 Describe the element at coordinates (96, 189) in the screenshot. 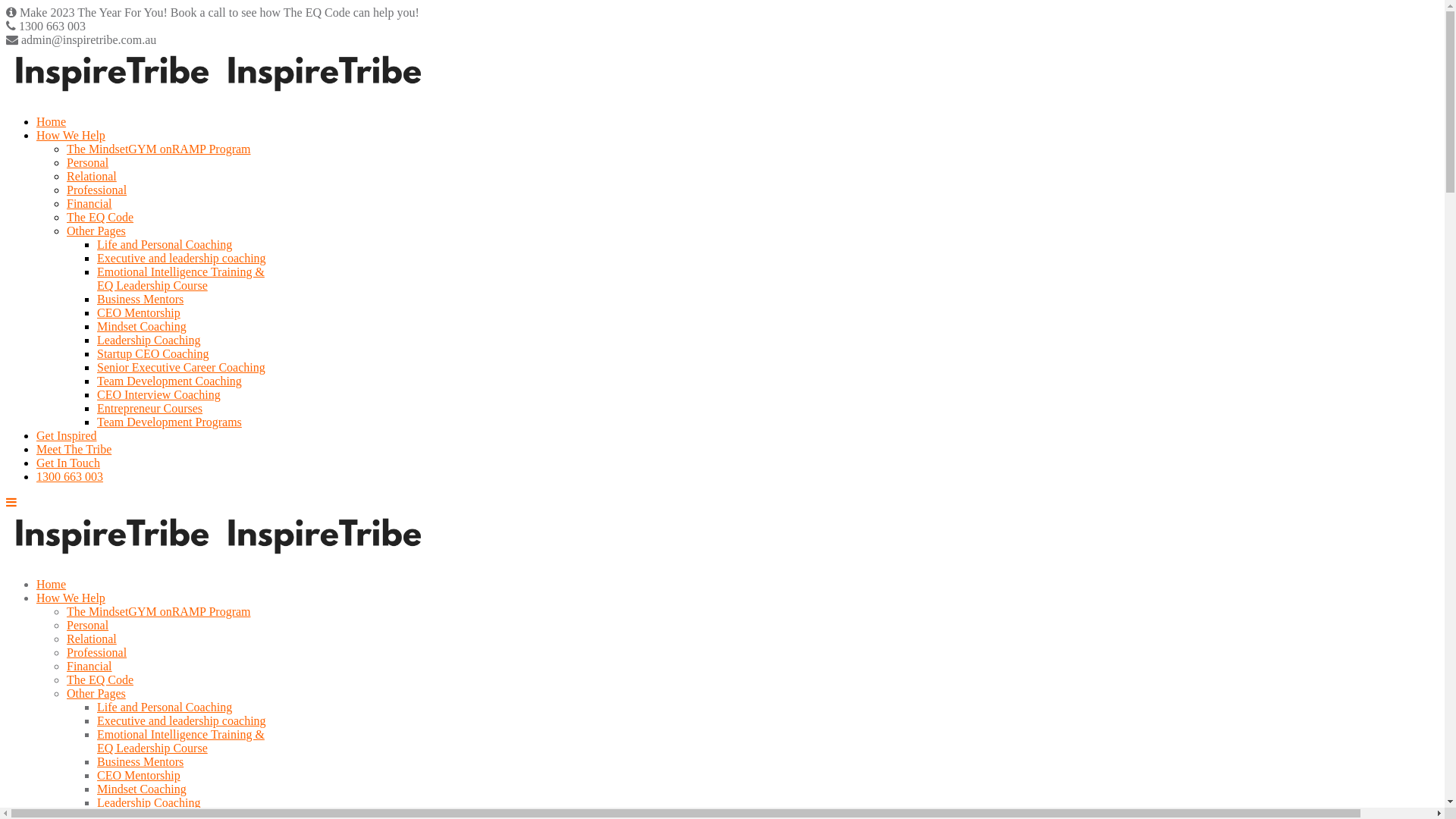

I see `'Professional'` at that location.